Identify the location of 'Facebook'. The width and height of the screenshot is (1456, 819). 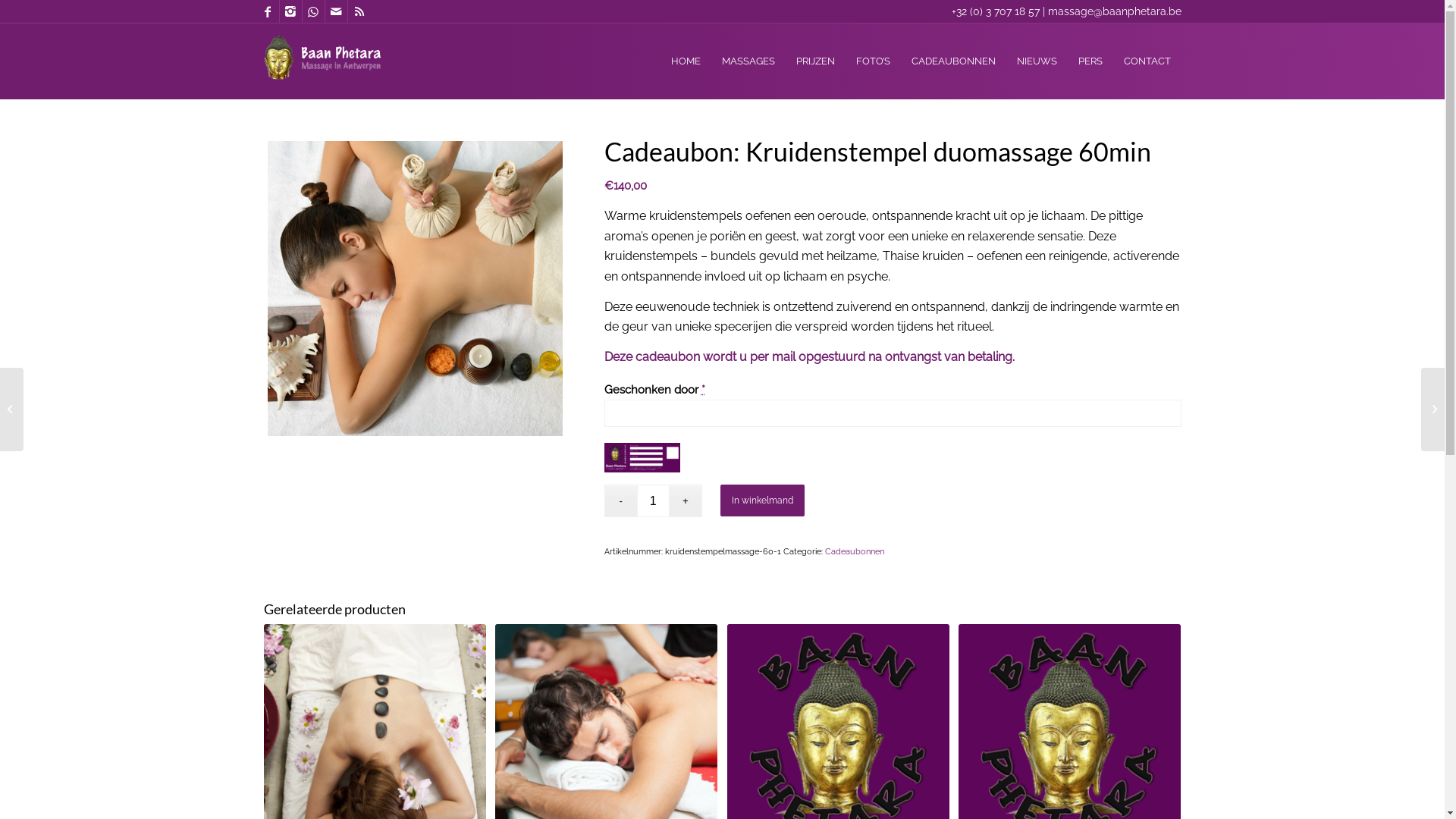
(267, 11).